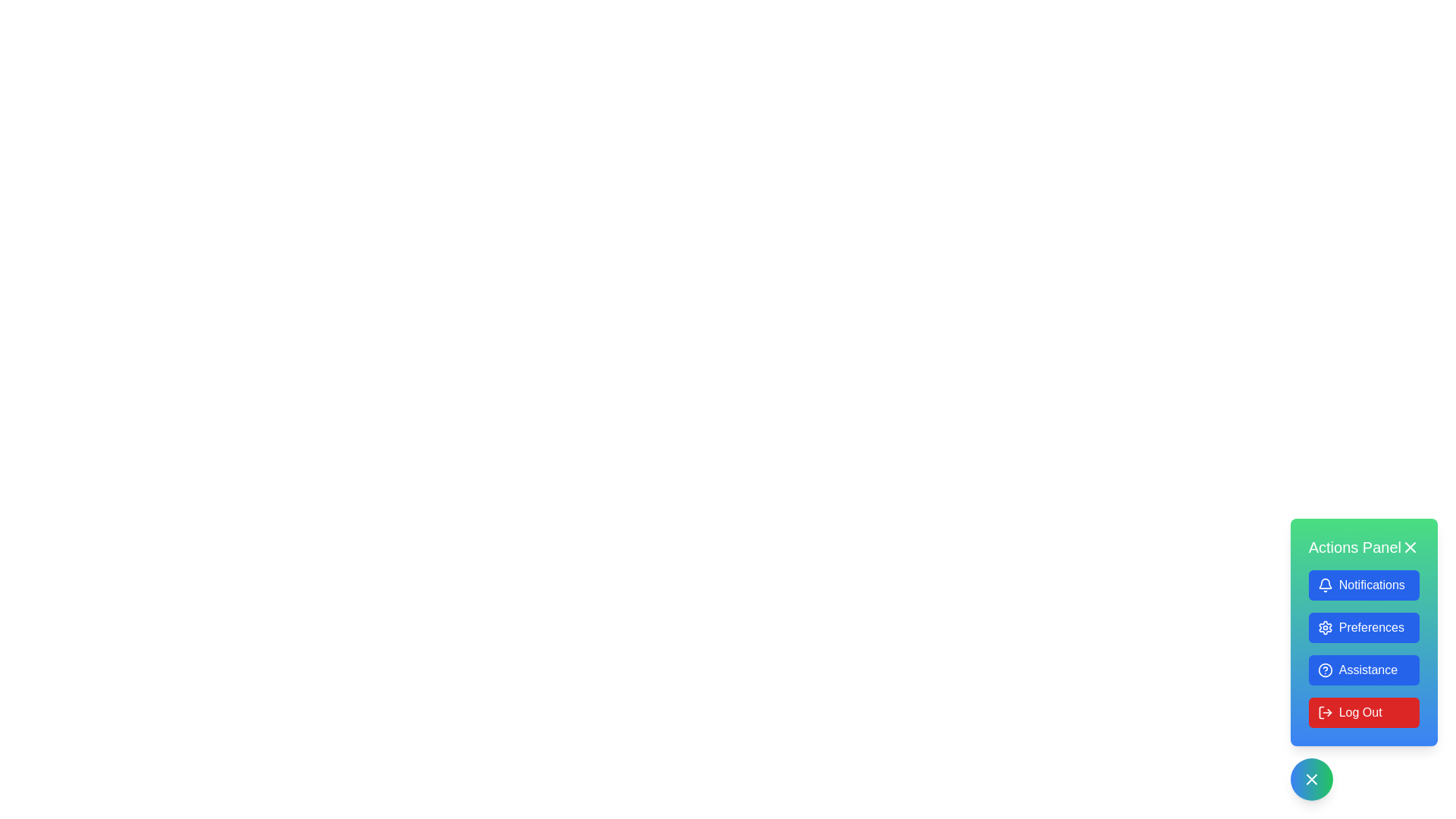  Describe the element at coordinates (1324, 713) in the screenshot. I see `the log-out icon located to the left of the 'Log Out' text in the action panel, which serves as a visual indicator for the log-out action` at that location.